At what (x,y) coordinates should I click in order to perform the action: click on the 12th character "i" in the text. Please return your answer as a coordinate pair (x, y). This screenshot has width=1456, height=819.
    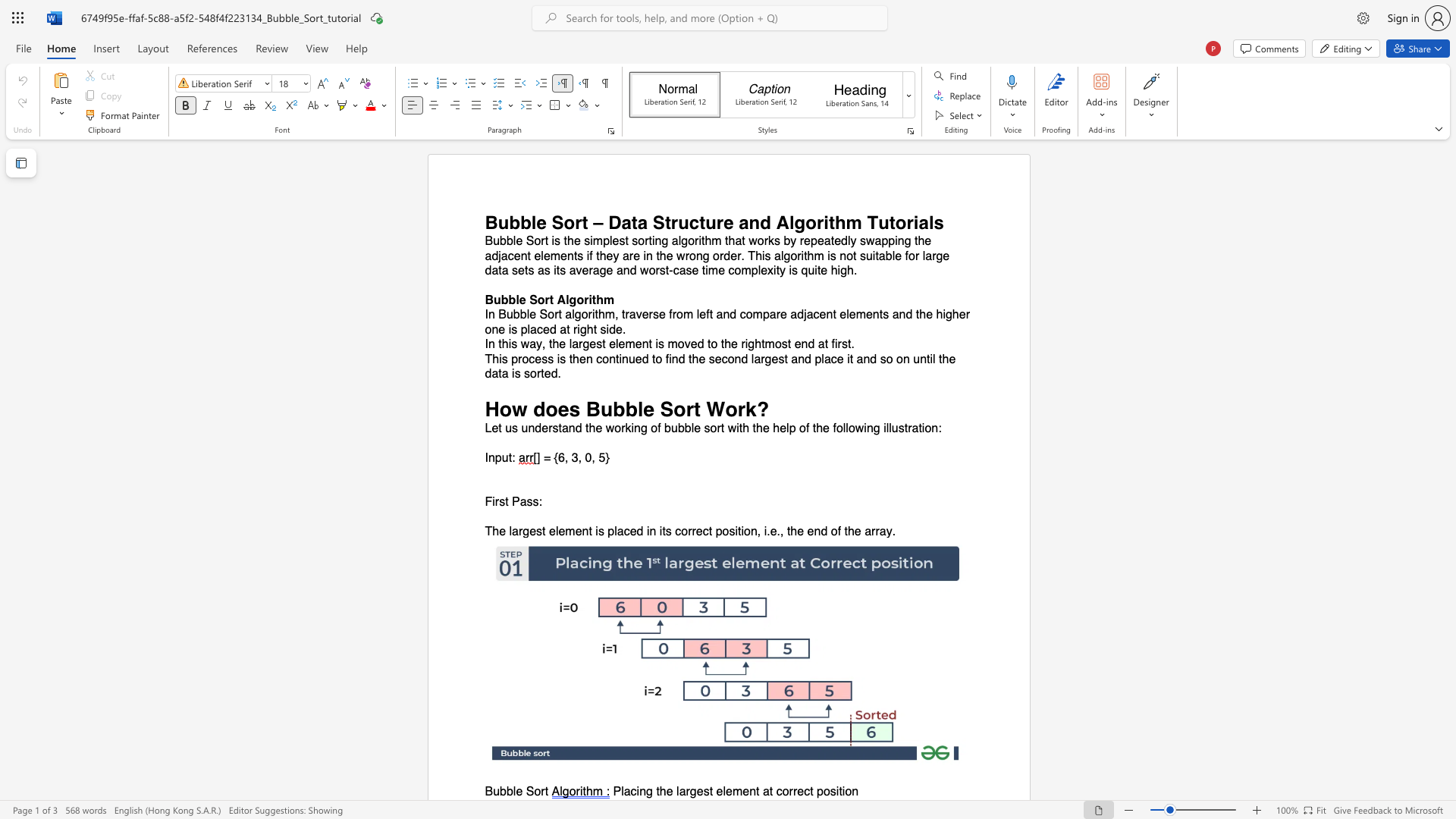
    Looking at the image, I should click on (554, 270).